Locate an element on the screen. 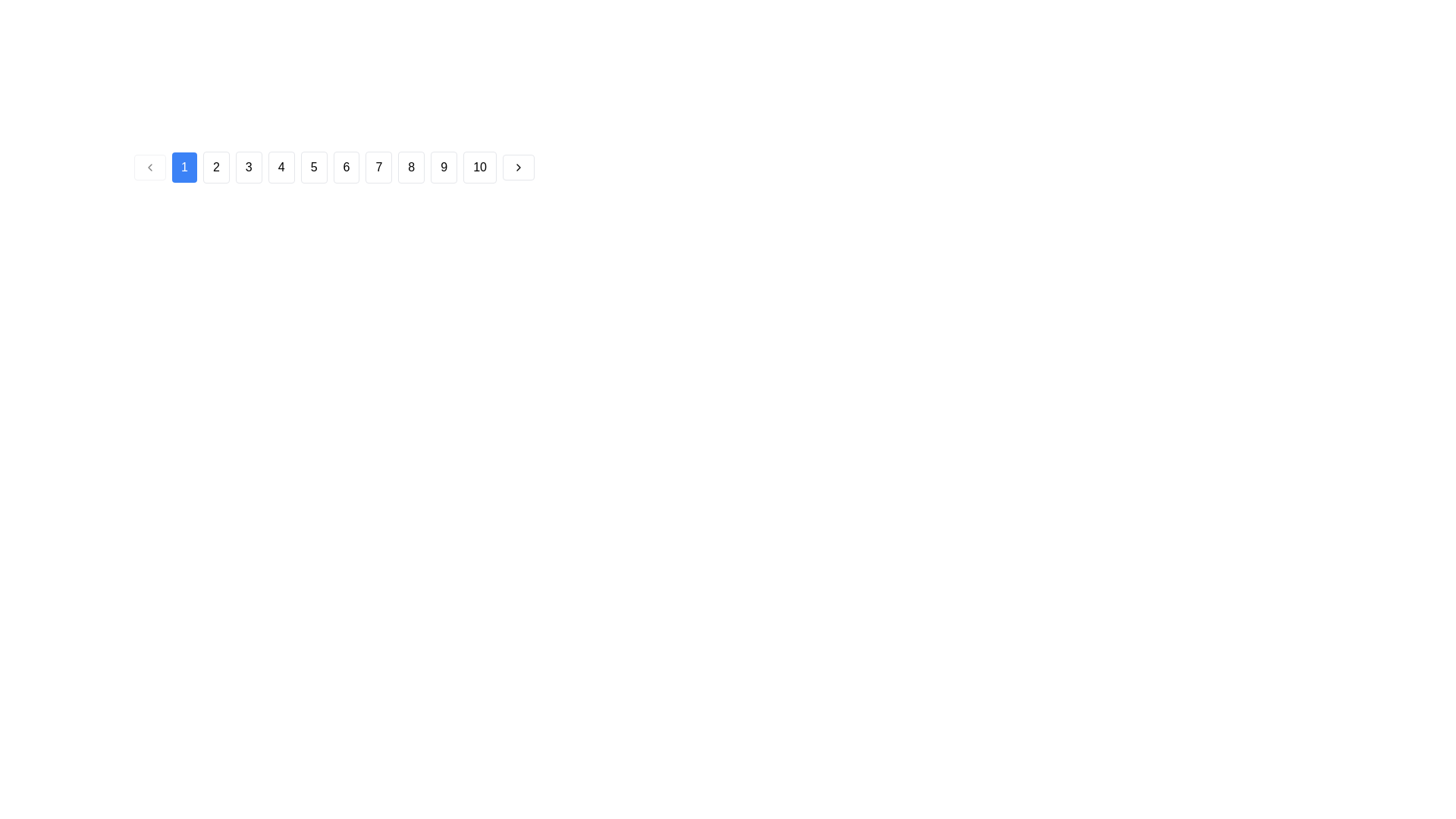 Image resolution: width=1456 pixels, height=819 pixels. the rectangular button displaying the number '7' on a white background for a possible tooltip is located at coordinates (378, 167).